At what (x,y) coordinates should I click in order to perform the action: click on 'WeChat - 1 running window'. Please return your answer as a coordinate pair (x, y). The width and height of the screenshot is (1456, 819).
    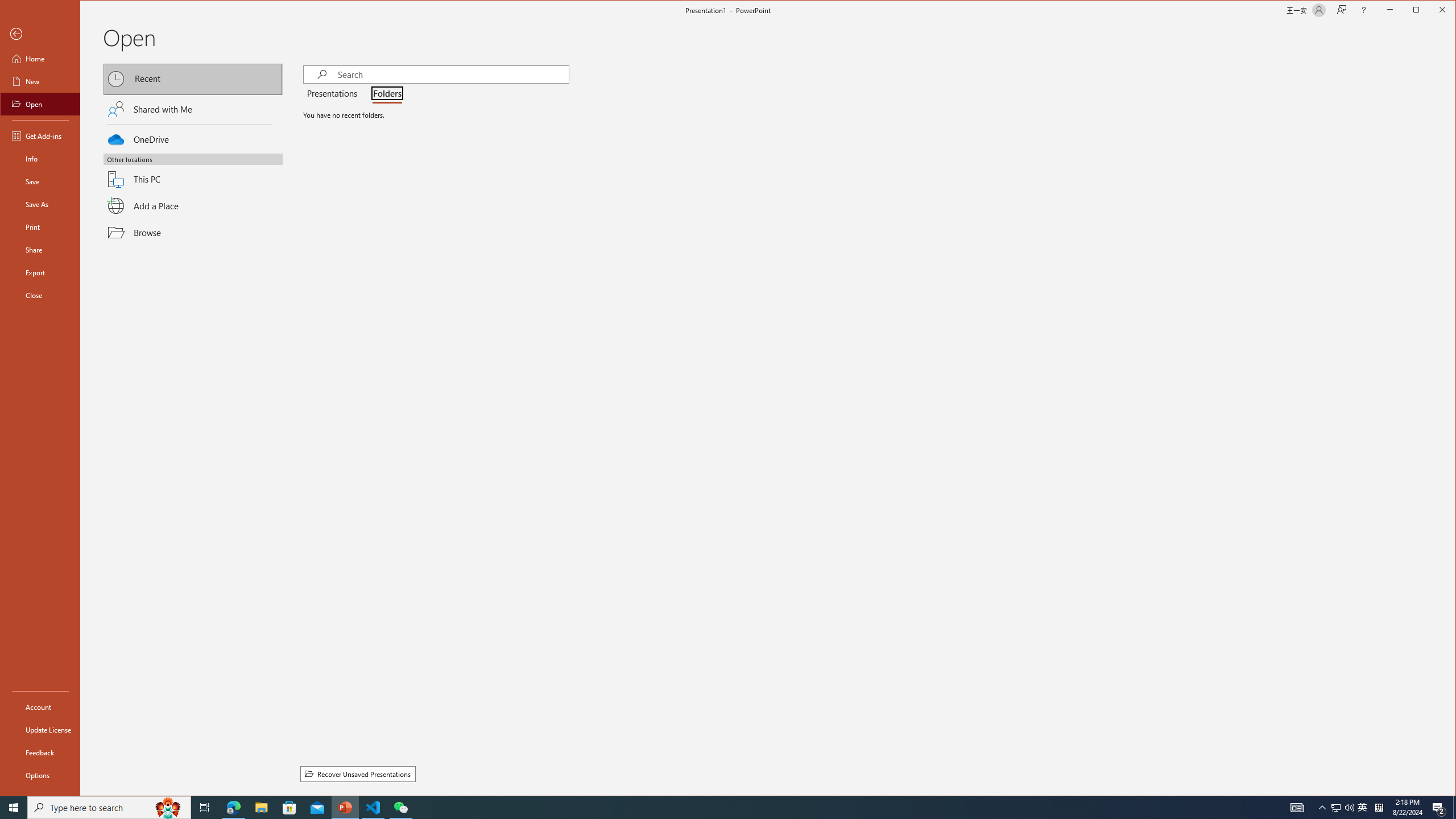
    Looking at the image, I should click on (401, 806).